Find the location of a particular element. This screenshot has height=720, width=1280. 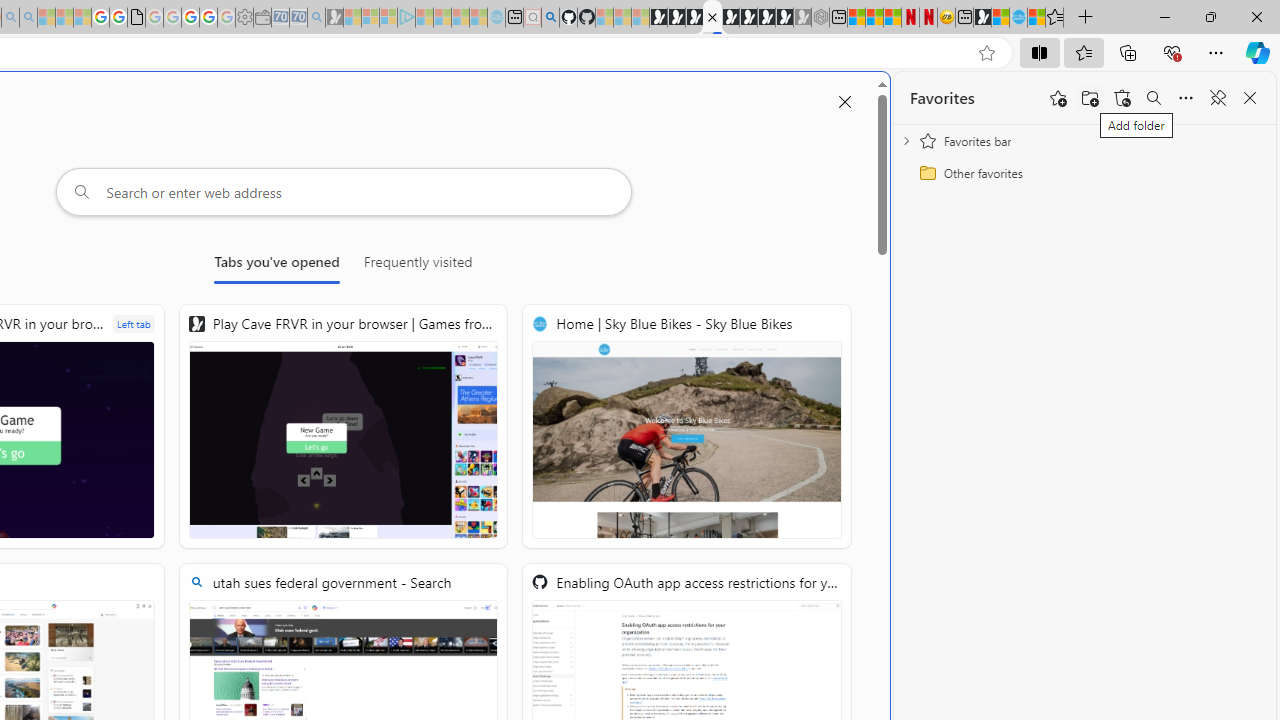

'github - Search' is located at coordinates (550, 17).